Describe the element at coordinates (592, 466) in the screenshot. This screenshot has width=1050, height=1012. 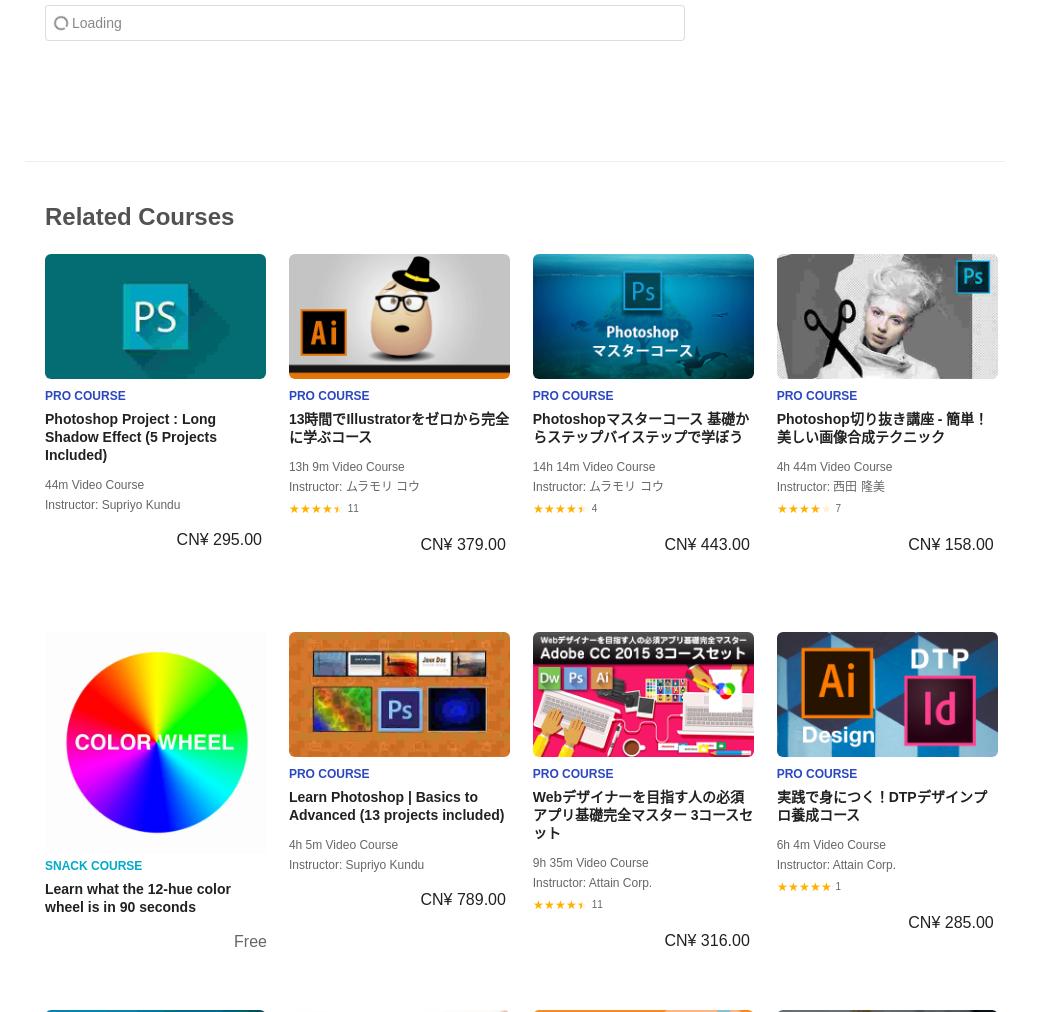
I see `'14h 14m Video Course'` at that location.